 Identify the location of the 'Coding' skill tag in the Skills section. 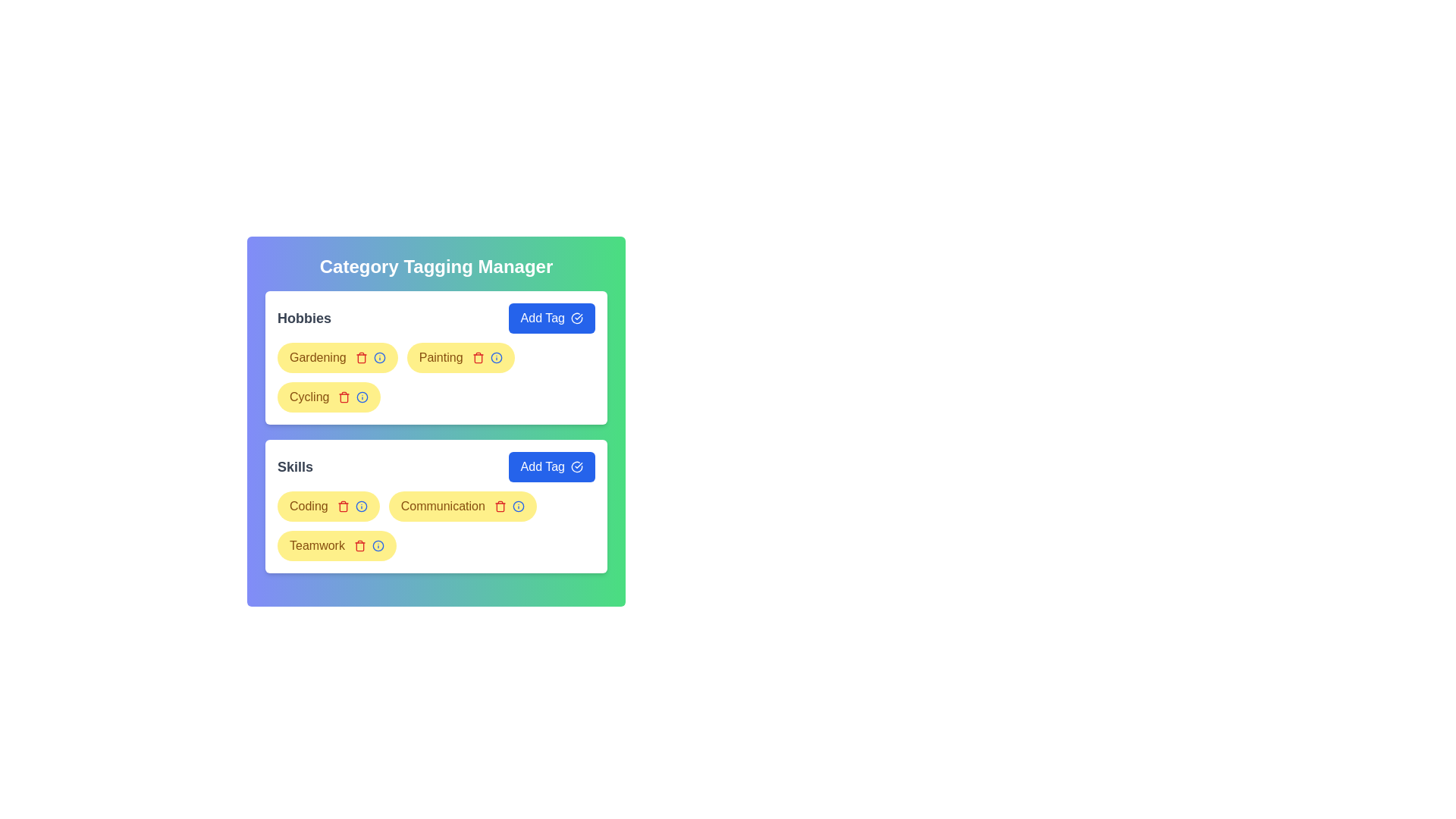
(328, 506).